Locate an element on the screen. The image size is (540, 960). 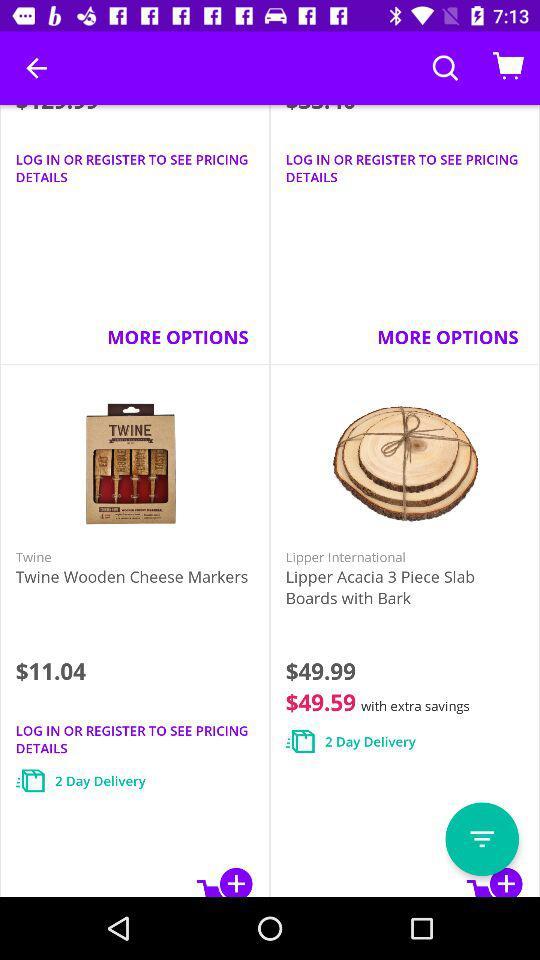
the image which is above the lipper international is located at coordinates (405, 464).